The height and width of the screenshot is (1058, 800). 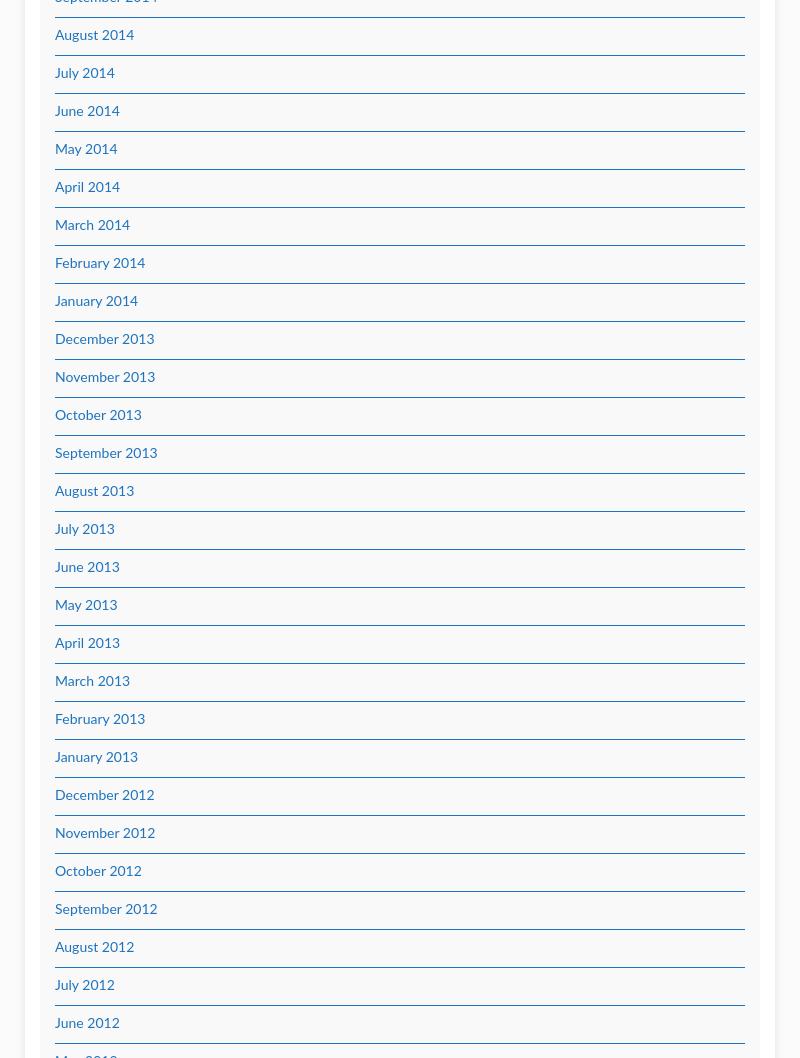 I want to click on 'June 2014', so click(x=86, y=111).